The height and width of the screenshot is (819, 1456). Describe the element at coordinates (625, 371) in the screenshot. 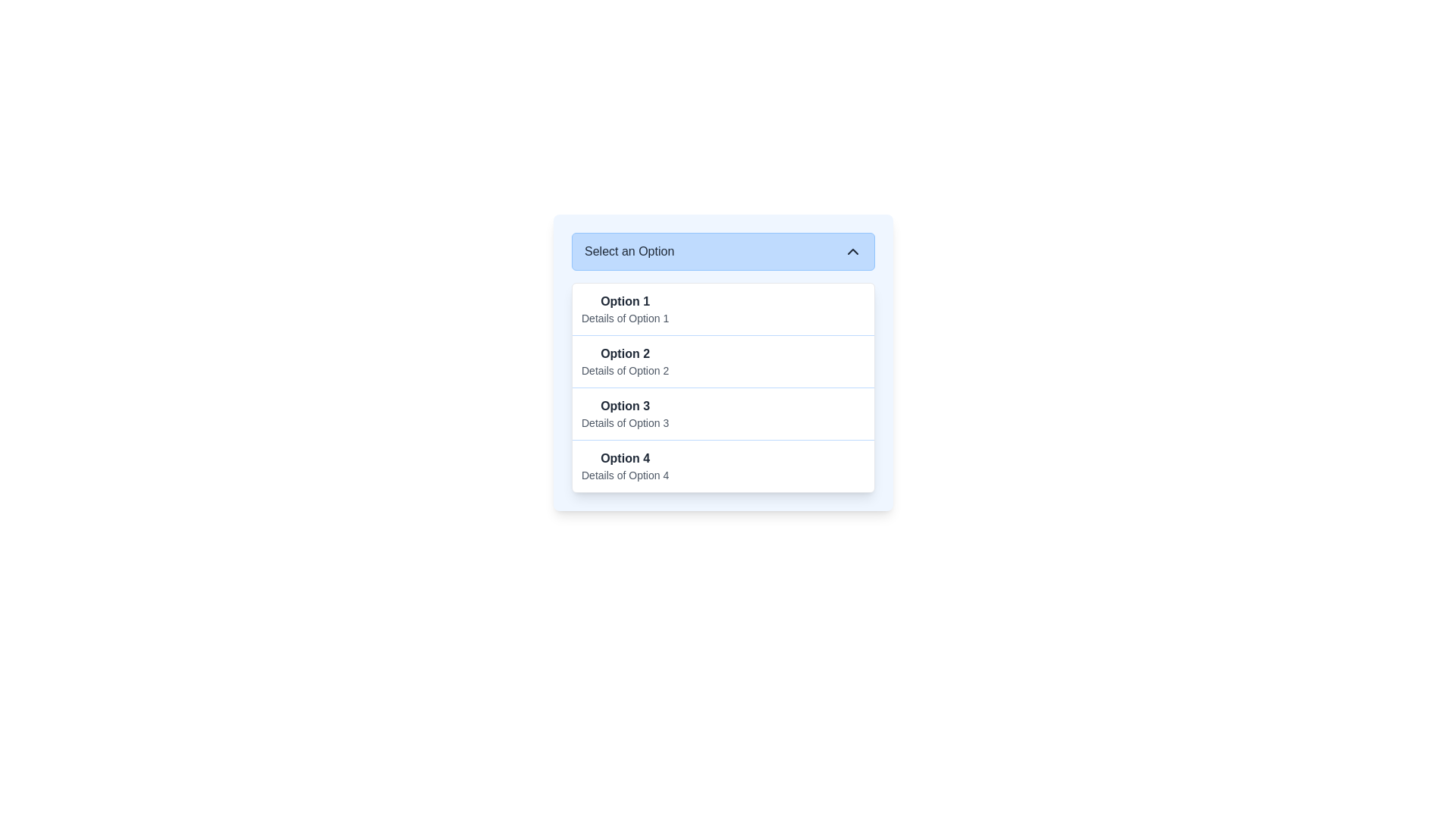

I see `the text label that contains the text 'Details of Option 2', which is styled in a smaller font size and muted gray color, located beneath the row title 'Option 2' in the dropdown menu` at that location.